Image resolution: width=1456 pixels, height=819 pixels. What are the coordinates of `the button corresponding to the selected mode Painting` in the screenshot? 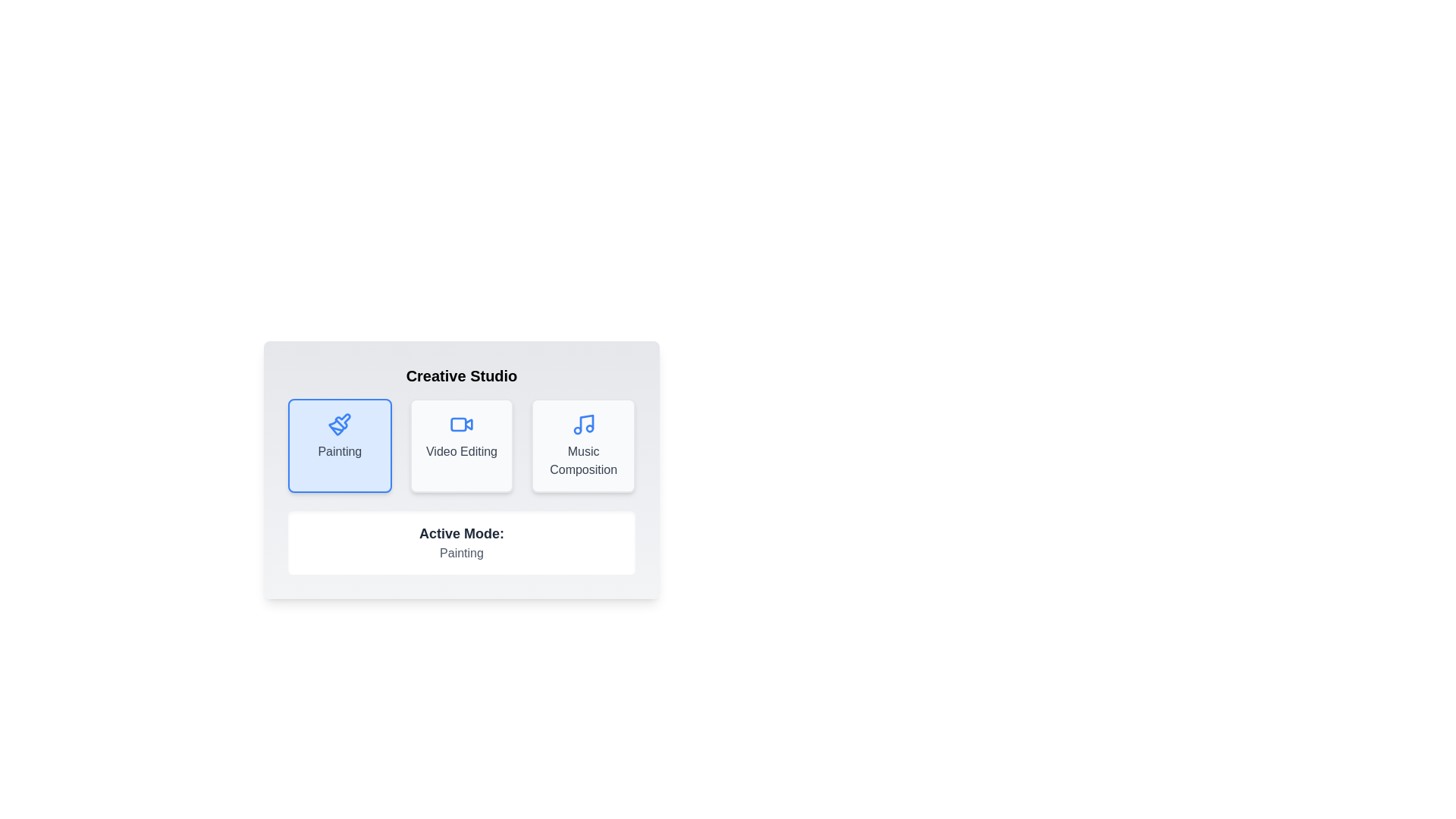 It's located at (338, 444).